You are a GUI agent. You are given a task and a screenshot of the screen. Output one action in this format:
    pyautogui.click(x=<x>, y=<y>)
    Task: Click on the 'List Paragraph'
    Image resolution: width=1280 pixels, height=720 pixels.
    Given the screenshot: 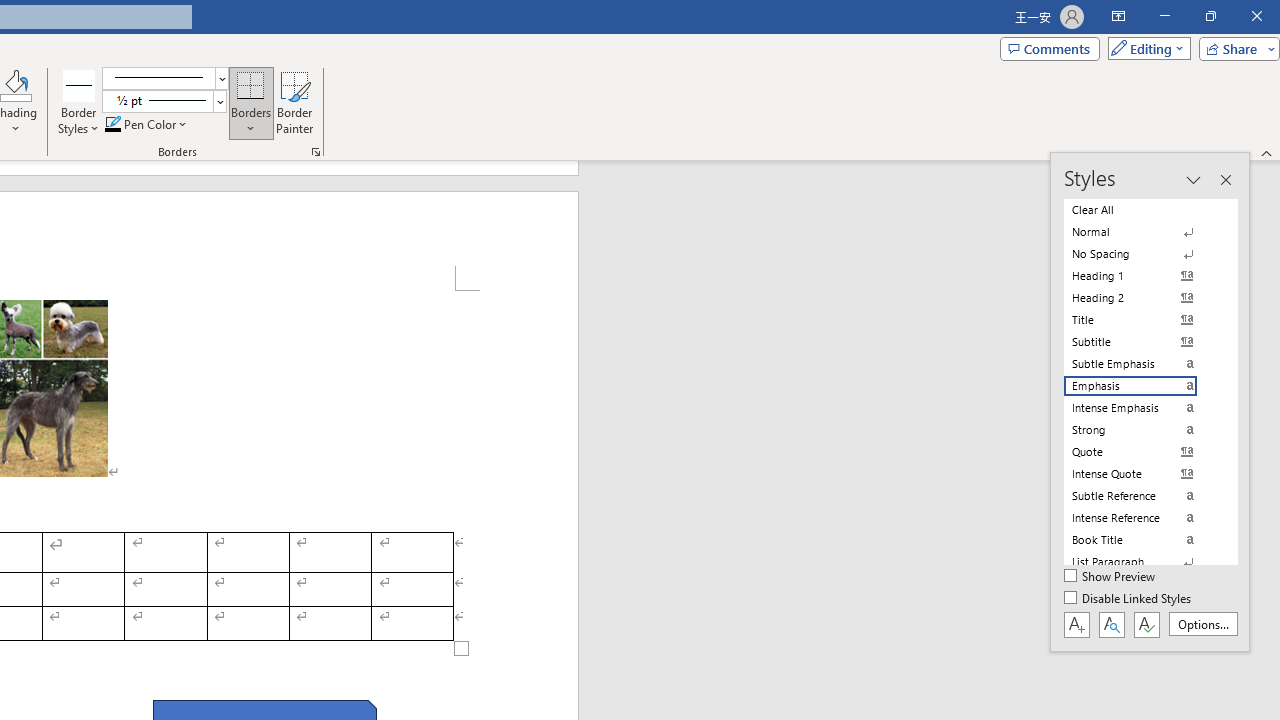 What is the action you would take?
    pyautogui.click(x=1142, y=561)
    